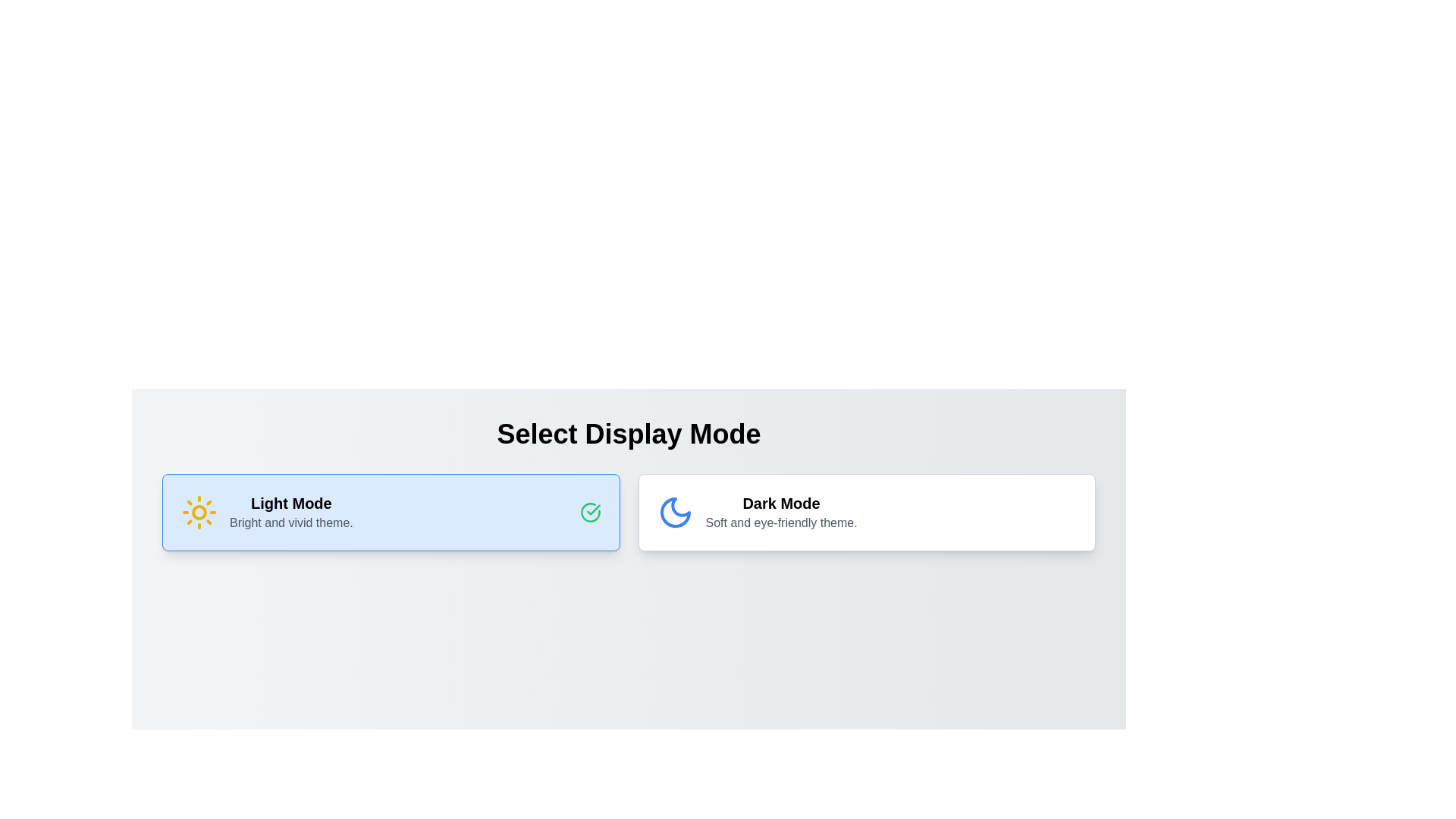 This screenshot has width=1456, height=819. What do you see at coordinates (291, 522) in the screenshot?
I see `the static text that describes the 'Light Mode' option, which is positioned below the 'Light Mode' title in the left blue section of the 'Select Display Mode' layout` at bounding box center [291, 522].